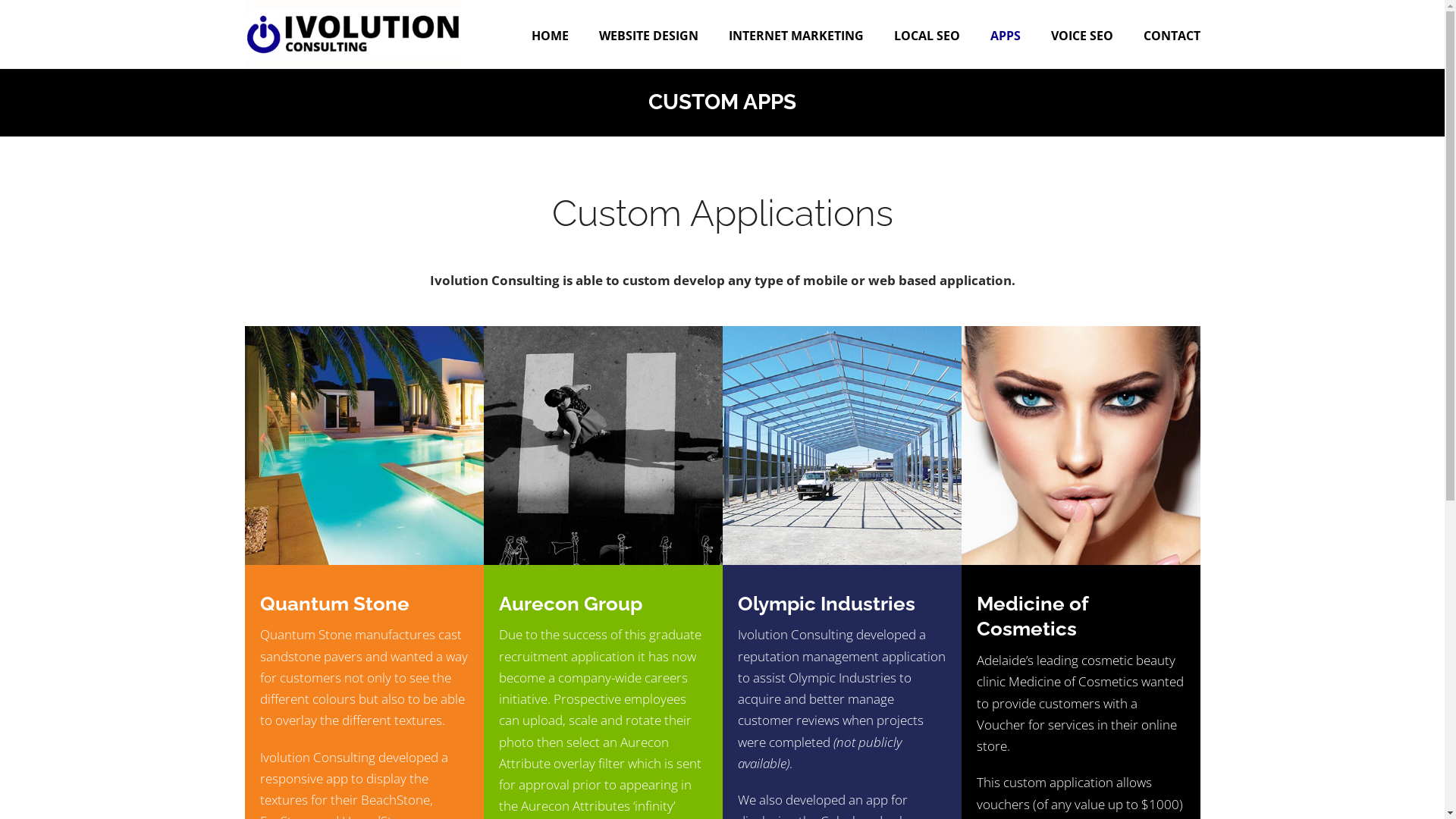 This screenshot has width=1456, height=819. Describe the element at coordinates (1171, 34) in the screenshot. I see `'CONTACT'` at that location.